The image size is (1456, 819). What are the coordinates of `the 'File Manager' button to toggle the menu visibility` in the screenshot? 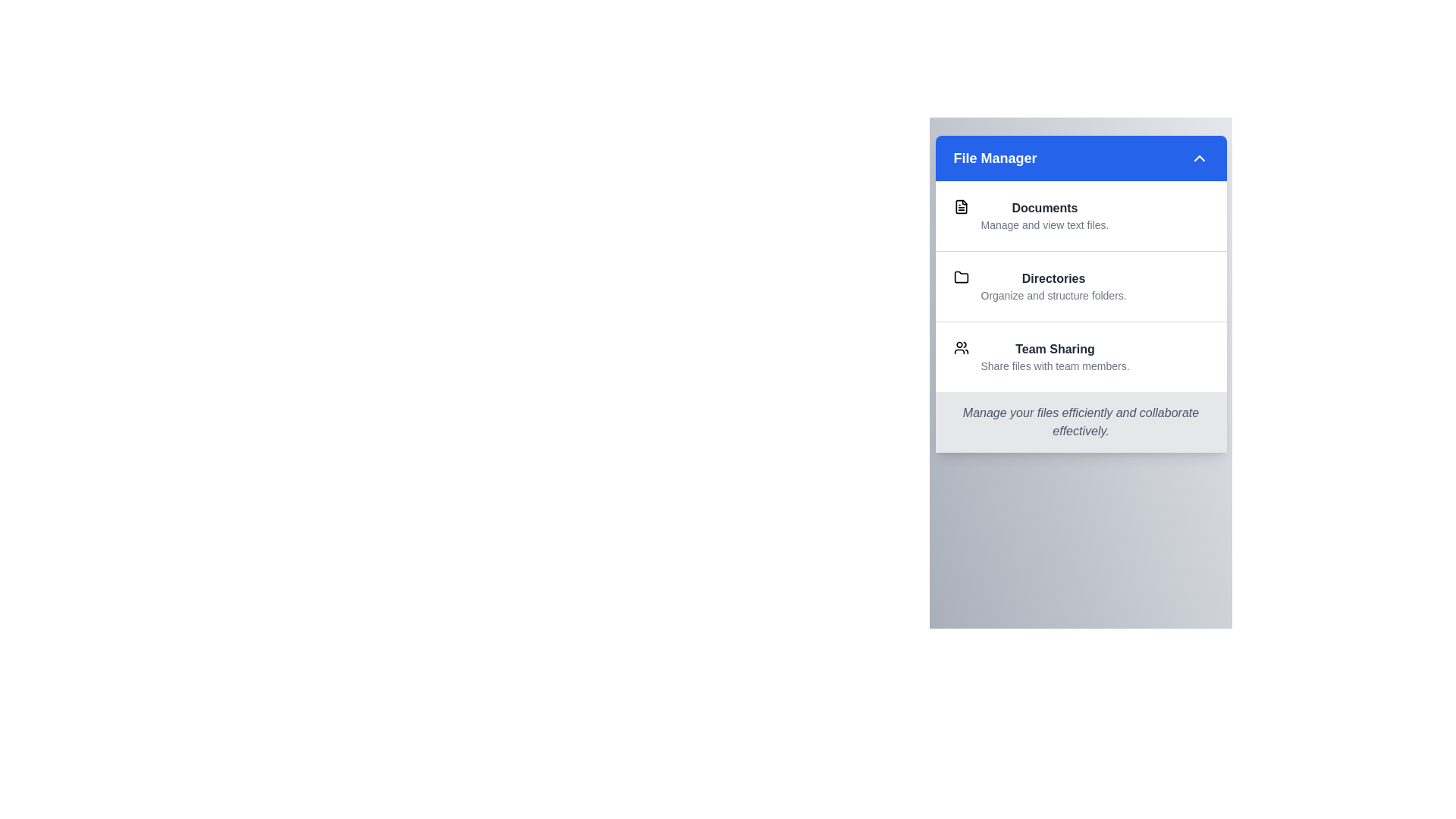 It's located at (1080, 158).